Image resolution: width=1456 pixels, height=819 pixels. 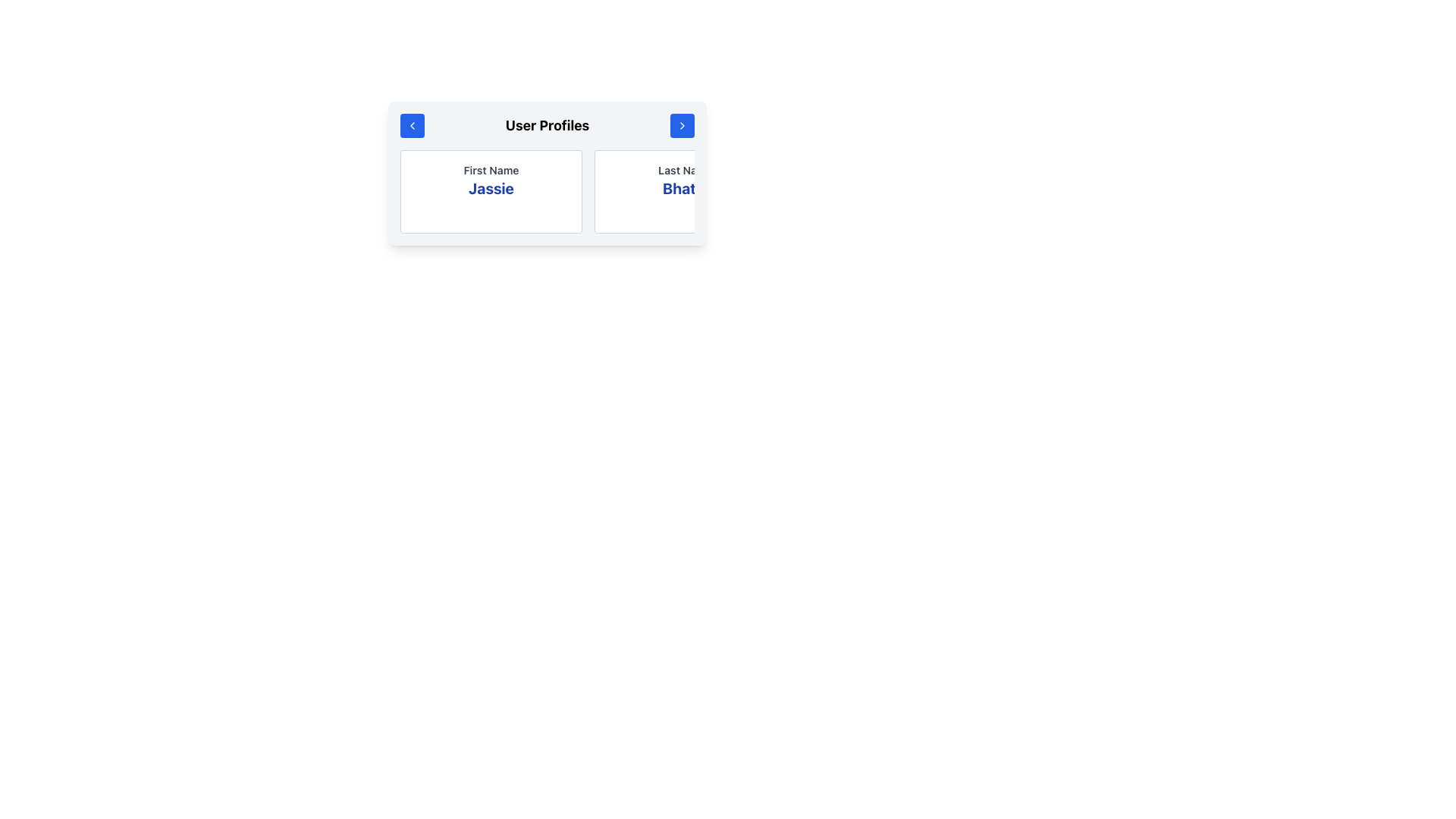 I want to click on the 'First Name' text label, which is in bold, small-sized dark gray font and located above the blue text 'Jassie' in the 'User Profiles' layout, so click(x=491, y=170).